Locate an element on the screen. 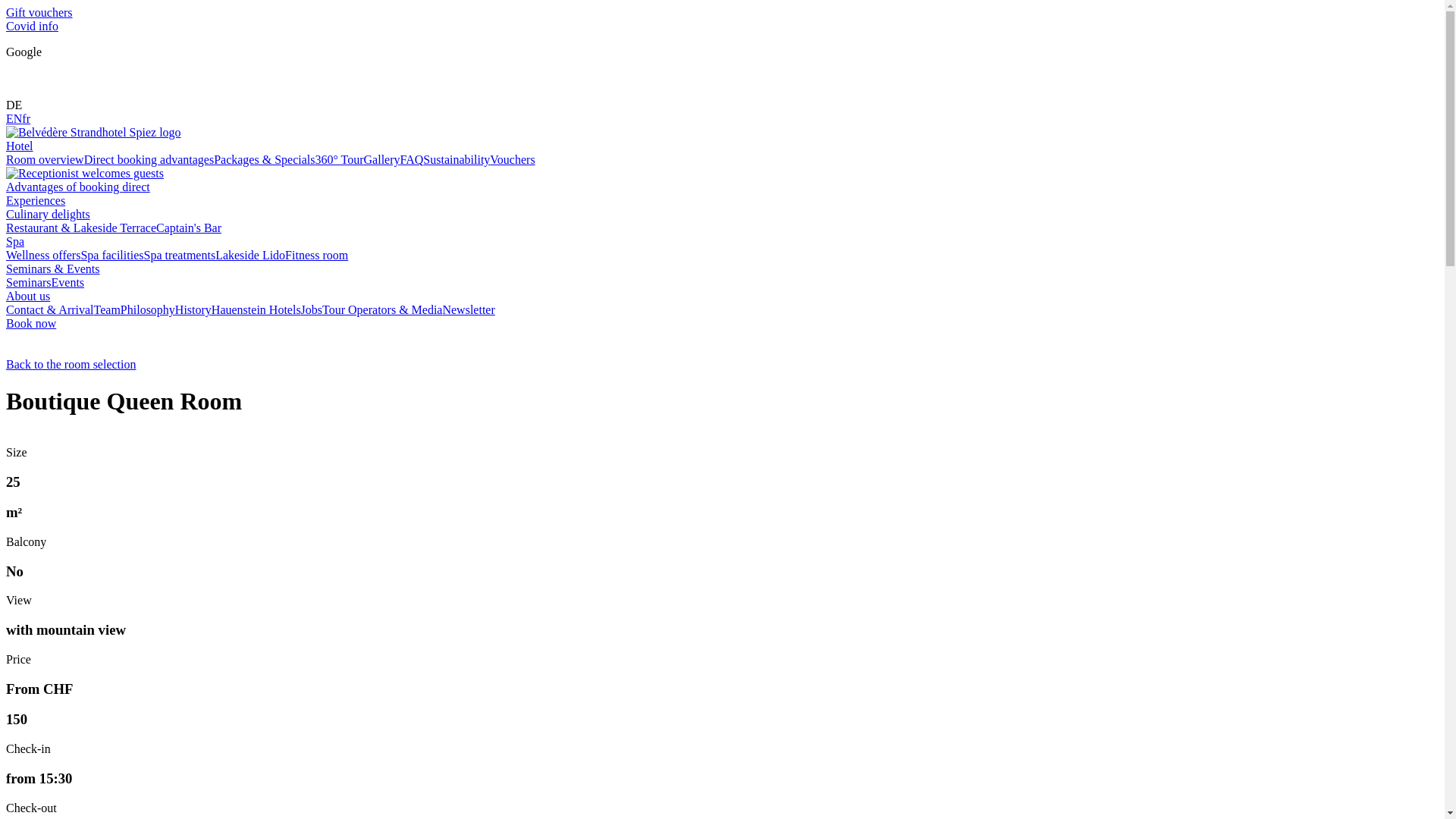 This screenshot has width=1456, height=819. 'Restaurant & Lakeside Terrace' is located at coordinates (80, 227).